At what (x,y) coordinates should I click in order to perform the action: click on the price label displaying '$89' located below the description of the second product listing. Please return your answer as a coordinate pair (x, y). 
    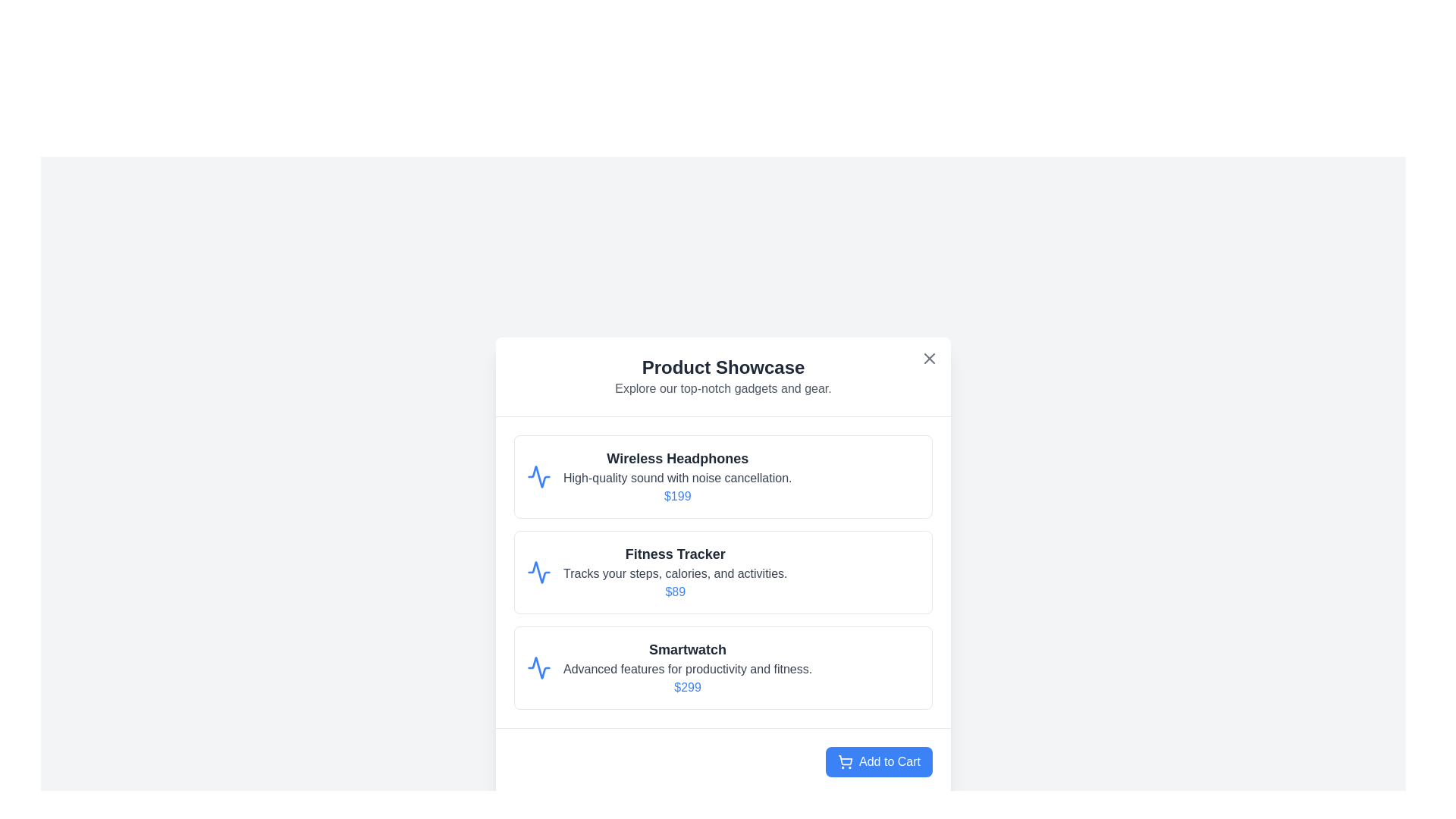
    Looking at the image, I should click on (674, 591).